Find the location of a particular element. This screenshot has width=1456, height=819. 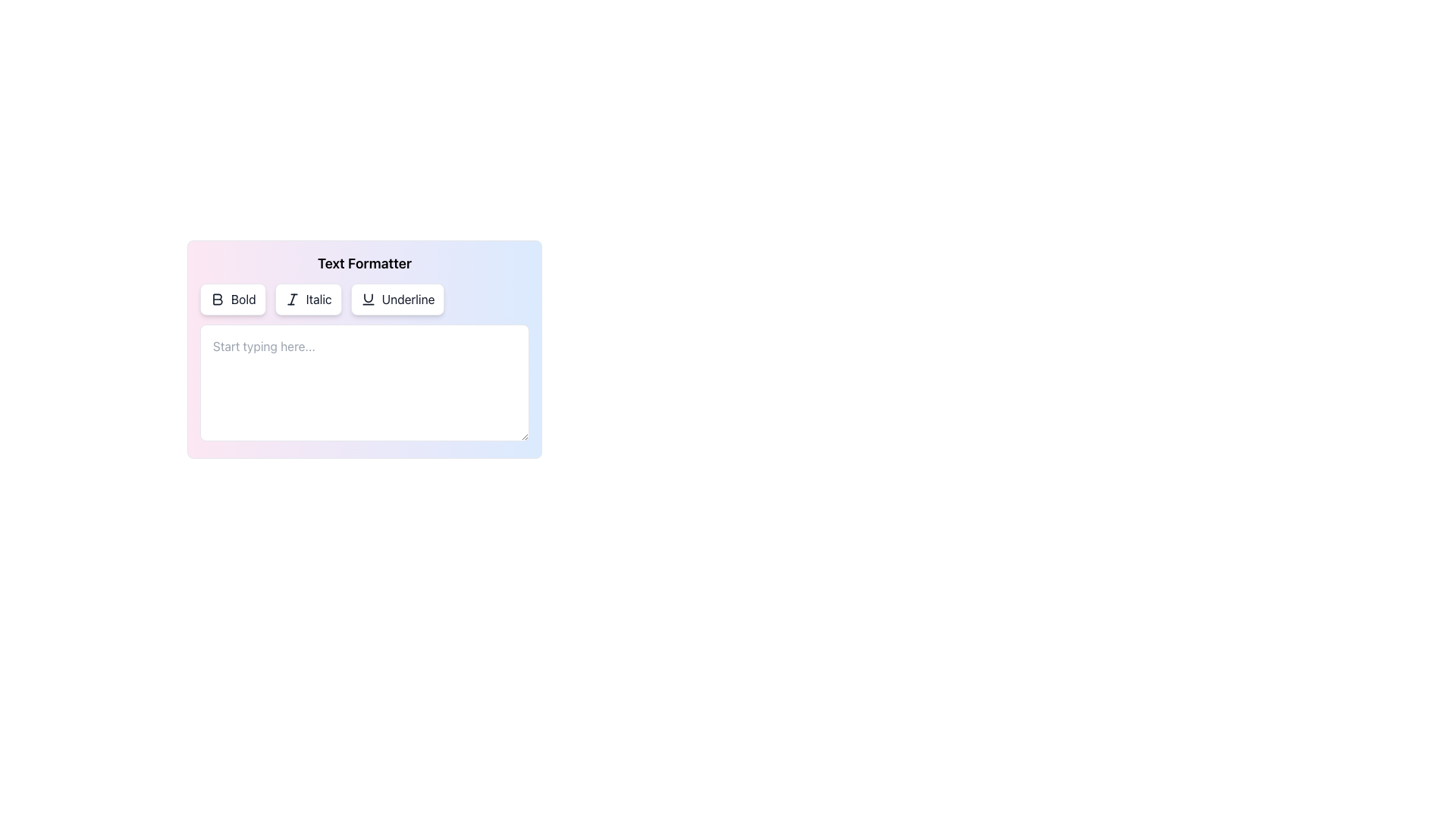

the bolded heading text labeled 'Text Formatter' which is centrally positioned within a gradient background box is located at coordinates (364, 262).